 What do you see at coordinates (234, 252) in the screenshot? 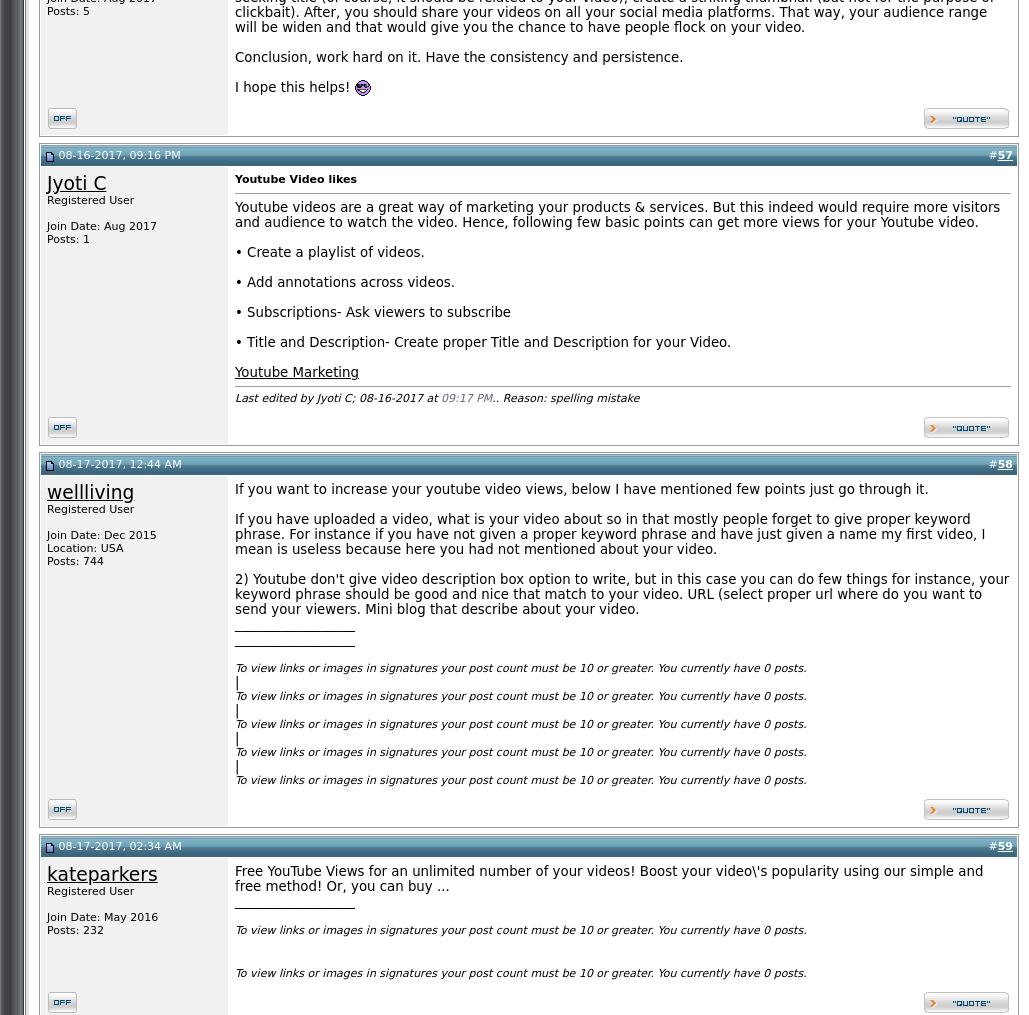
I see `'•	Create a playlist of videos.'` at bounding box center [234, 252].